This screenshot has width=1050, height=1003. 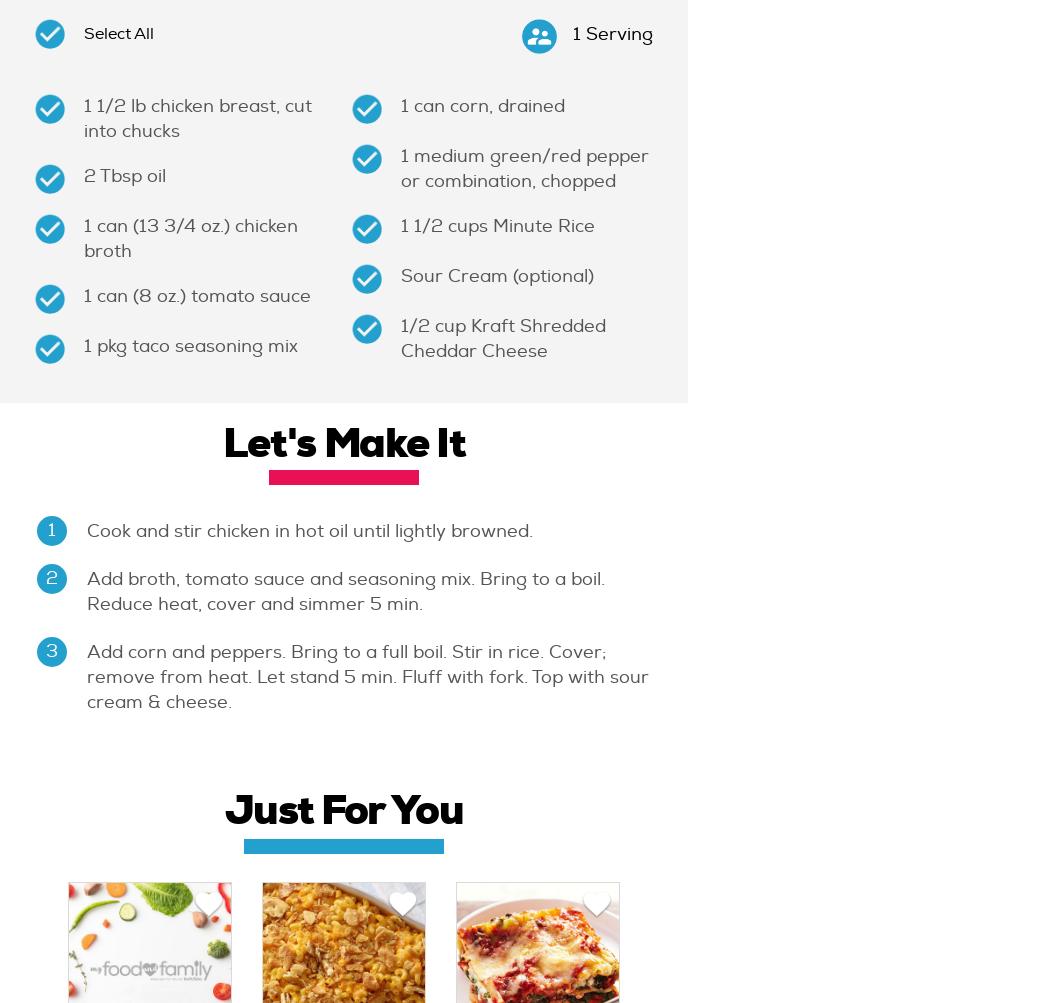 What do you see at coordinates (130, 345) in the screenshot?
I see `'taco seasoning mix'` at bounding box center [130, 345].